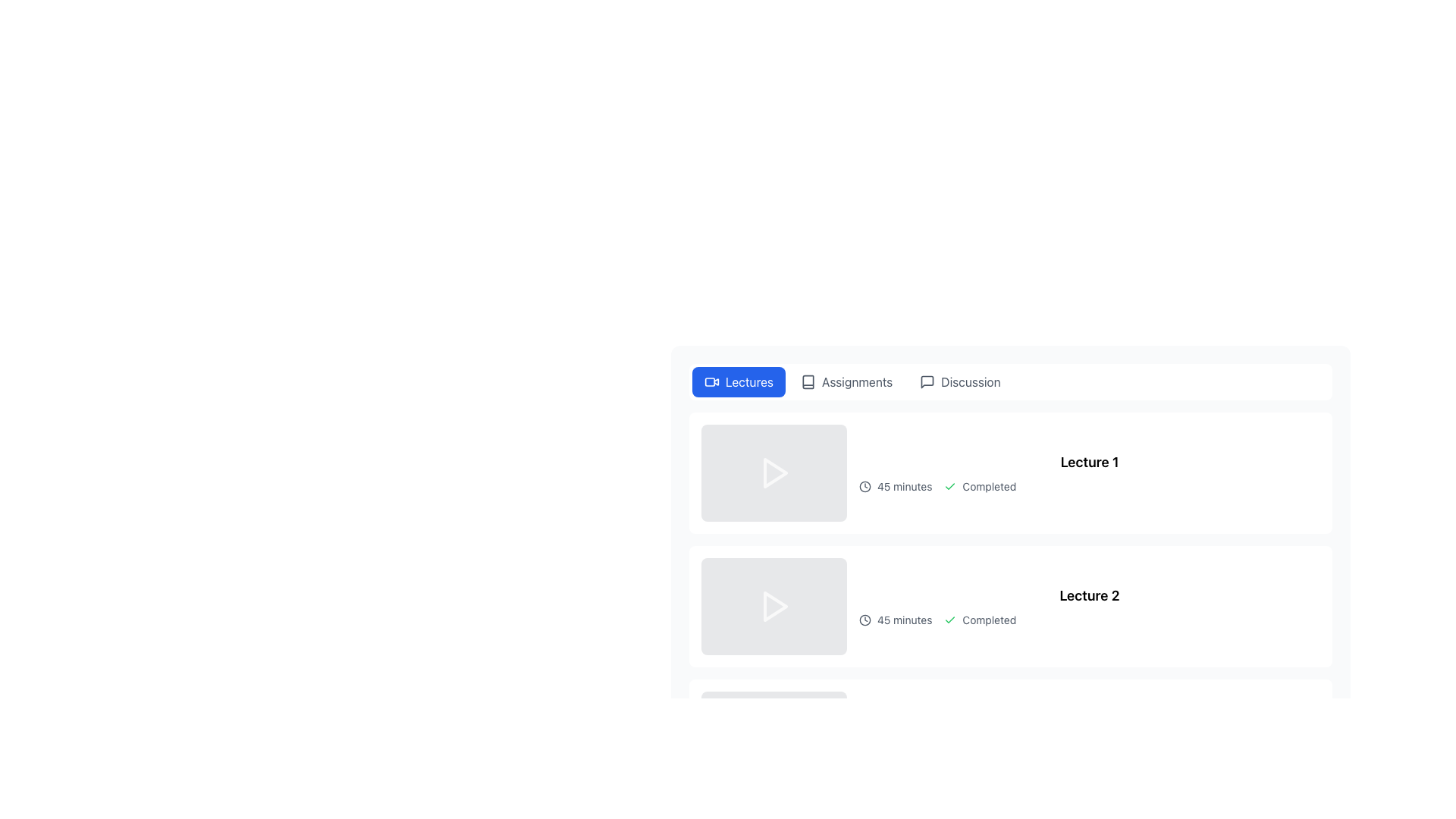 The width and height of the screenshot is (1456, 819). Describe the element at coordinates (709, 381) in the screenshot. I see `the main body of the video icon representing the 'Lectures' section, which is a rectangular section positioned next to the 'Lectures' label in a blue tab` at that location.